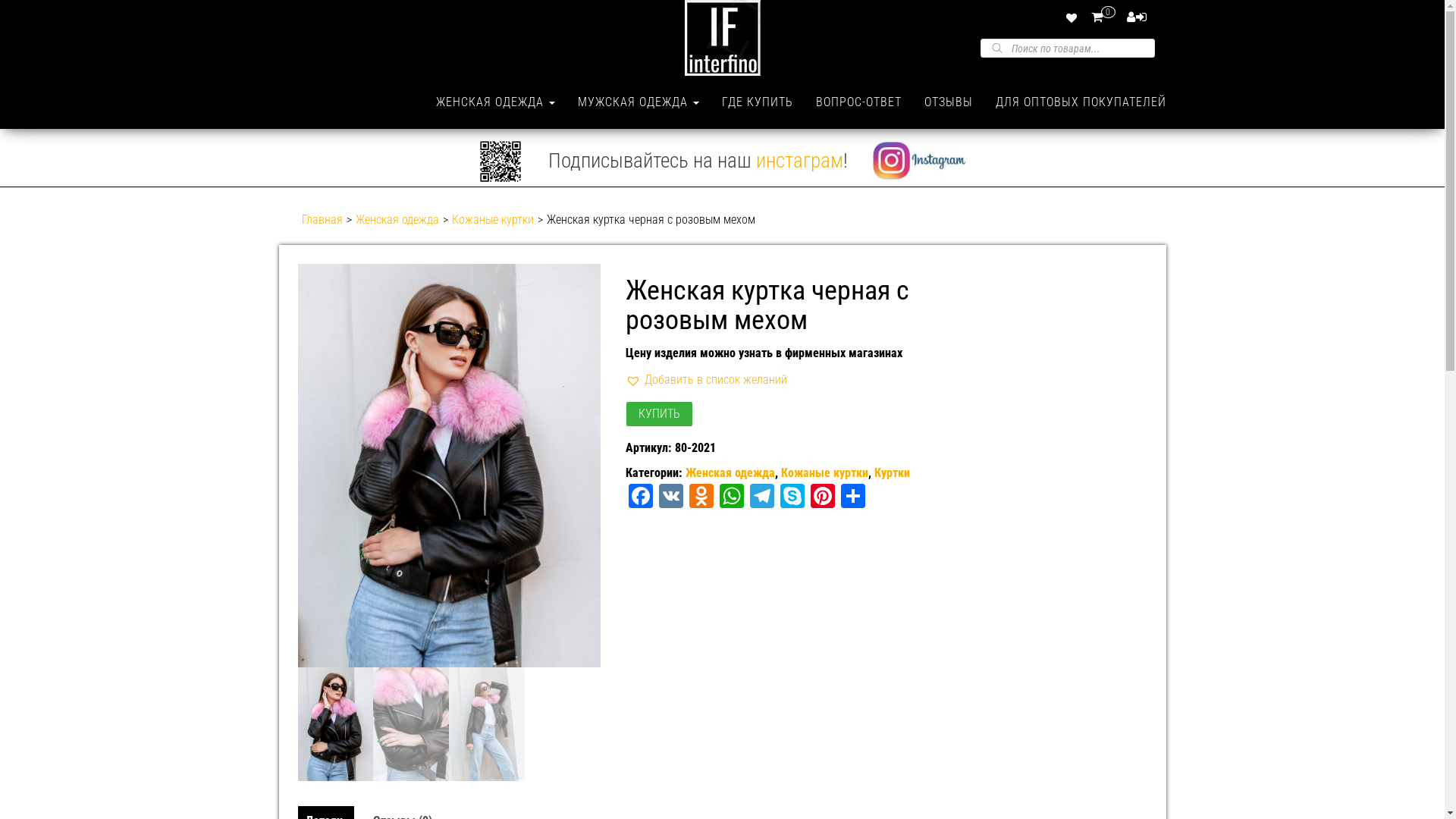 This screenshot has height=819, width=1456. What do you see at coordinates (686, 497) in the screenshot?
I see `'Odnoklassniki'` at bounding box center [686, 497].